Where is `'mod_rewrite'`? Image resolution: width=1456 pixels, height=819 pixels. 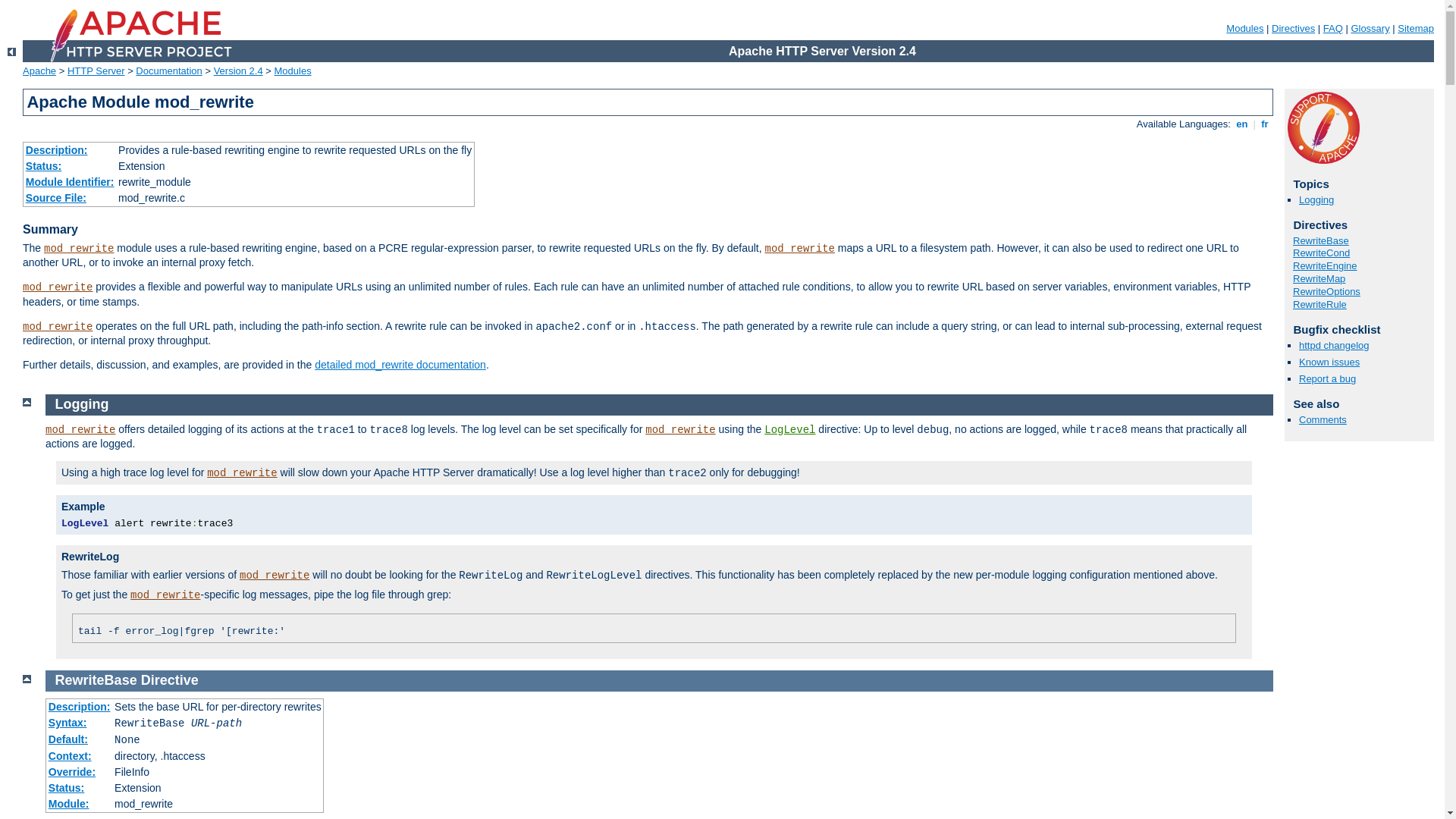
'mod_rewrite' is located at coordinates (764, 247).